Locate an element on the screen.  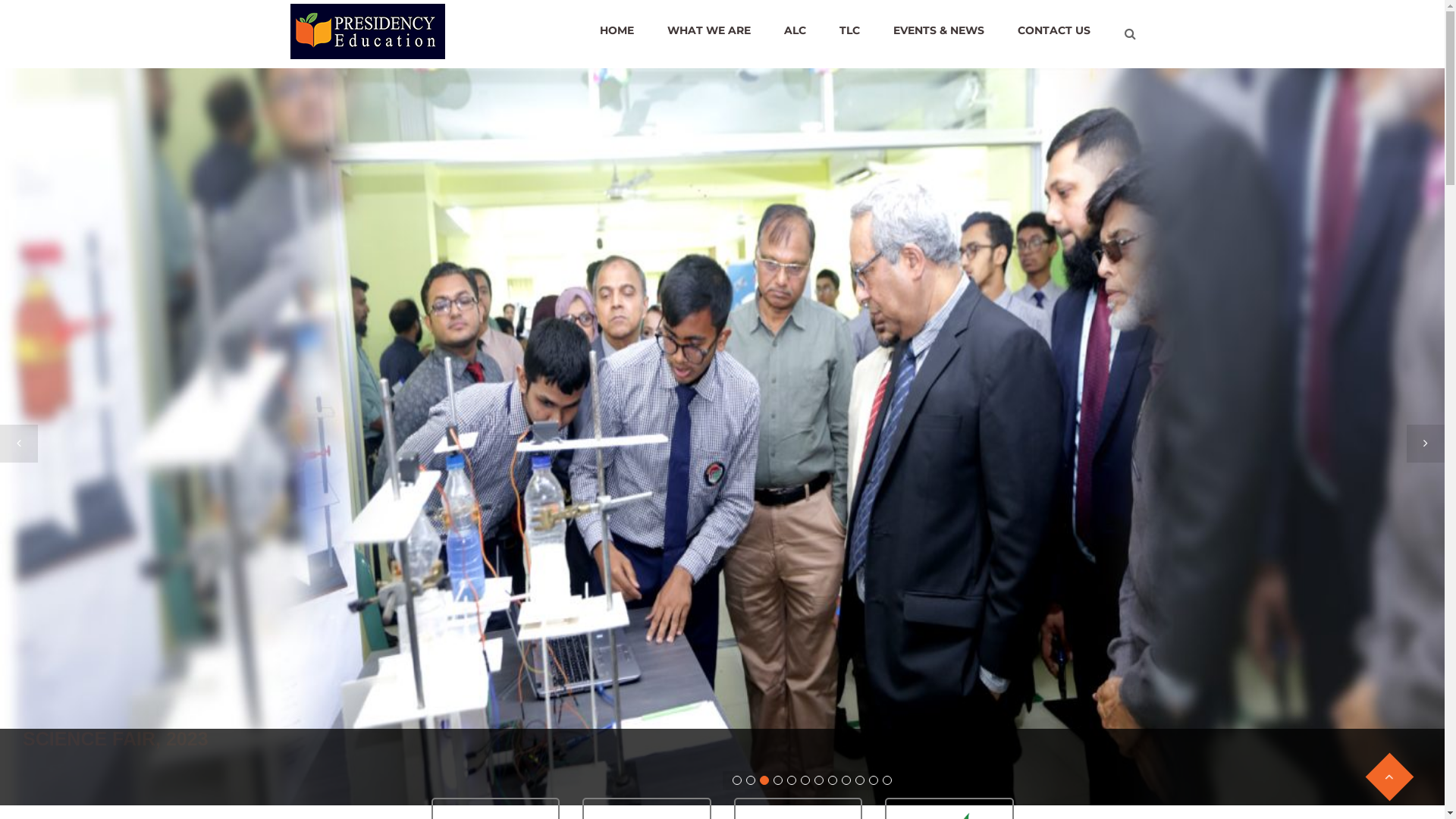
'1' is located at coordinates (737, 780).